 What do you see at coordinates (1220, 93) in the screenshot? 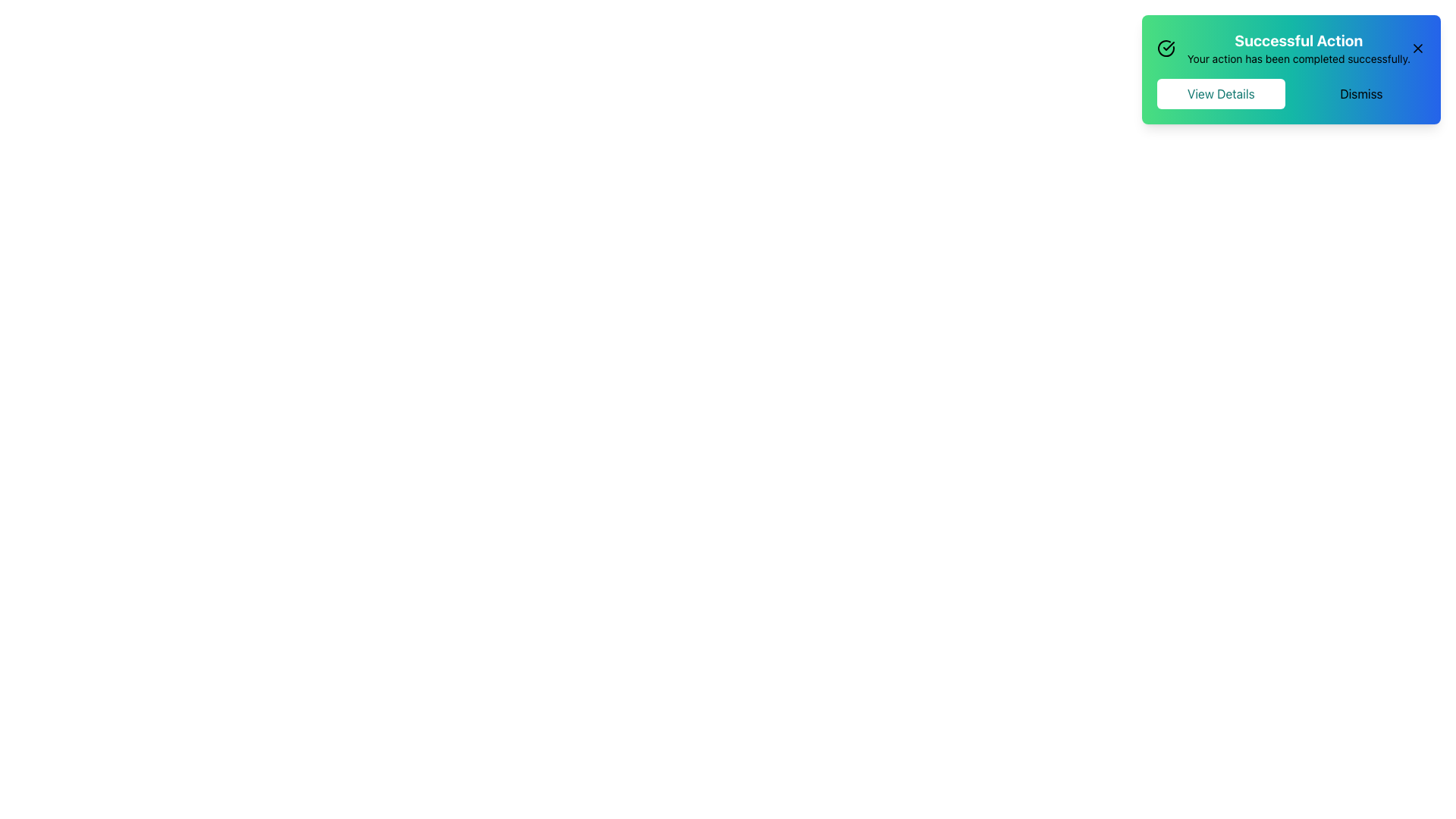
I see `the leftmost button in the notification area` at bounding box center [1220, 93].